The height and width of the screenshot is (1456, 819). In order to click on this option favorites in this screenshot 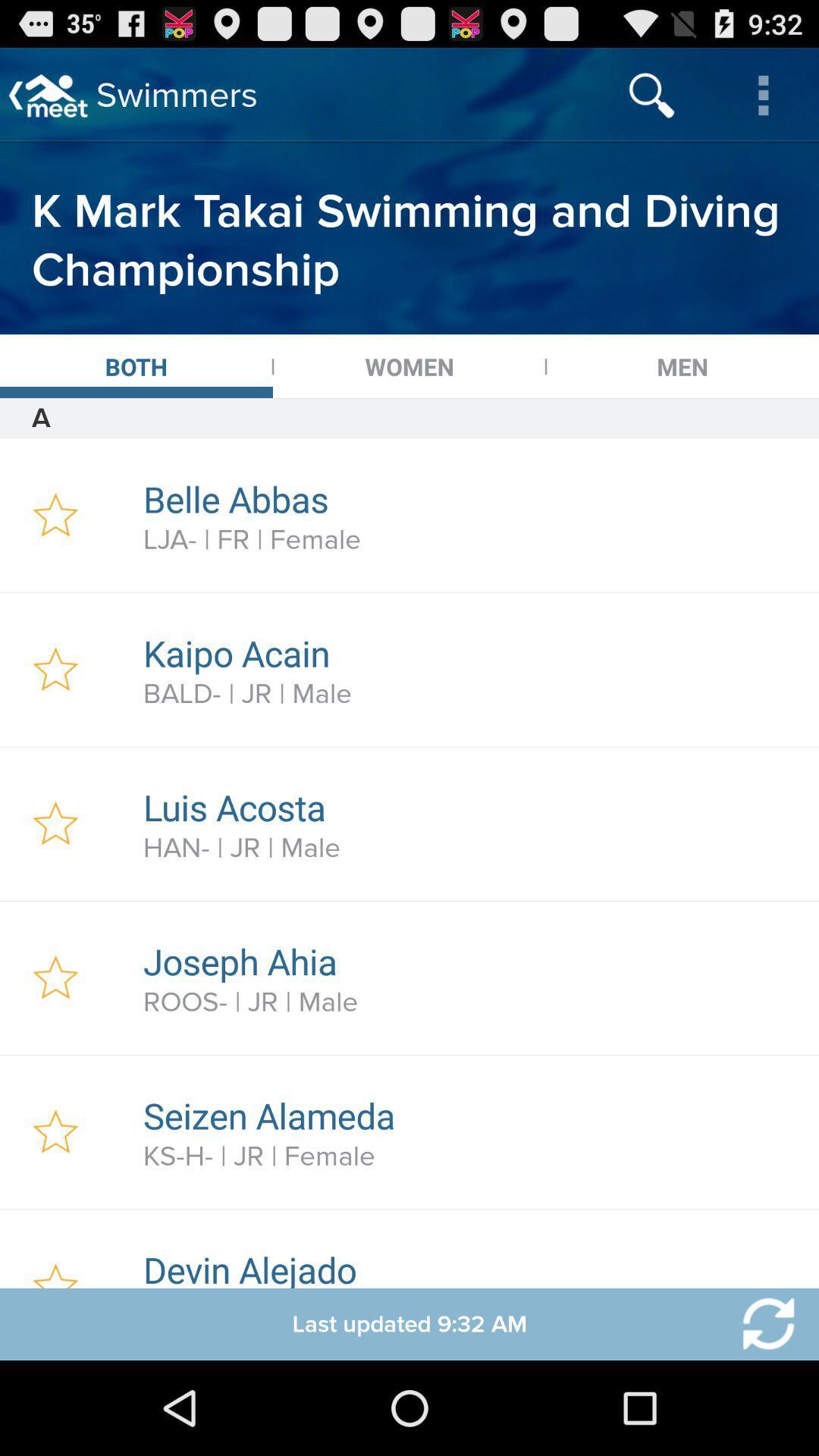, I will do `click(55, 823)`.